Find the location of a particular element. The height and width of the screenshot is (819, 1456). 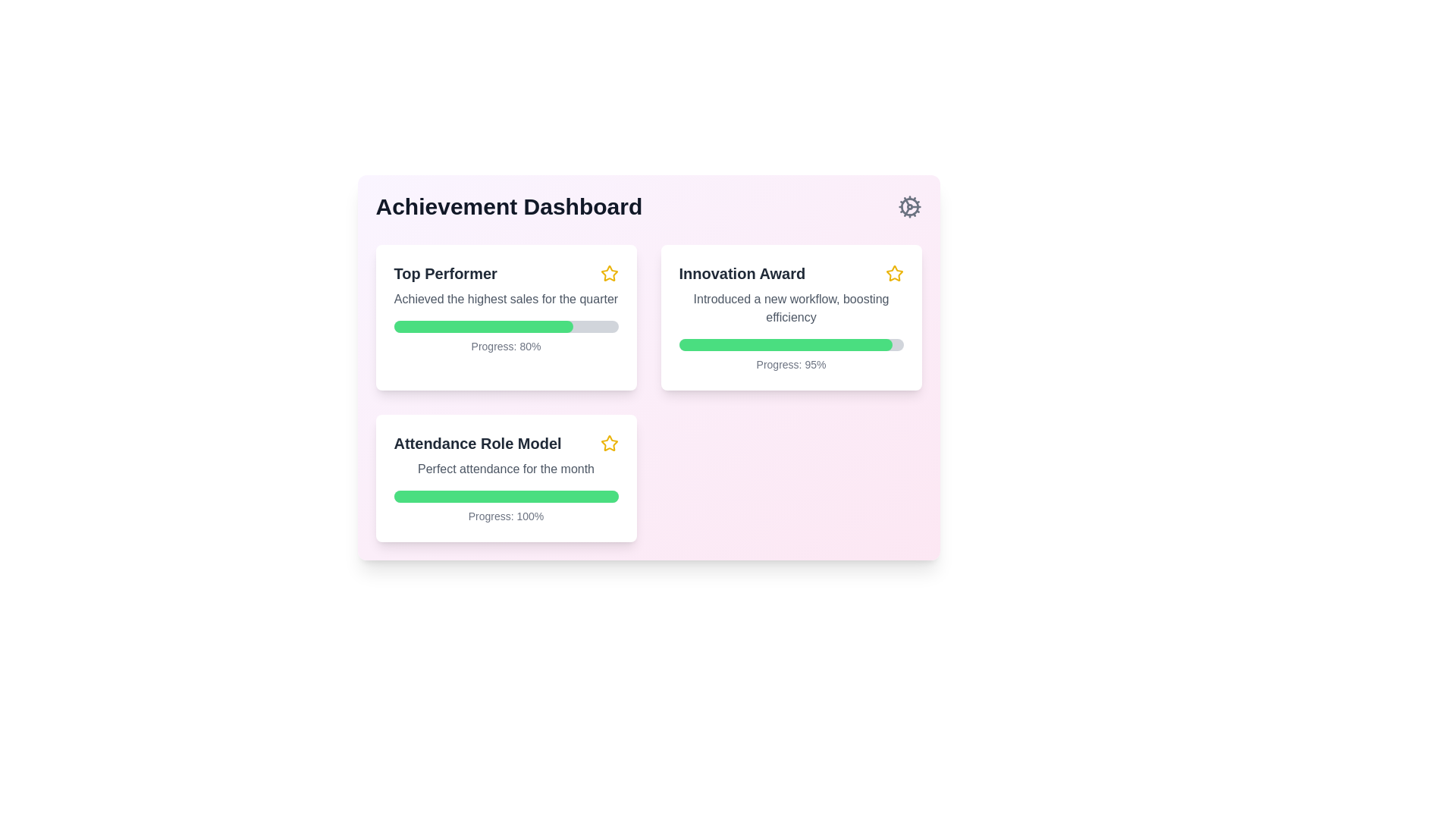

the gear icon by clicking on its central circular part, which is grayish and located in the top-right corner of the interface is located at coordinates (909, 207).